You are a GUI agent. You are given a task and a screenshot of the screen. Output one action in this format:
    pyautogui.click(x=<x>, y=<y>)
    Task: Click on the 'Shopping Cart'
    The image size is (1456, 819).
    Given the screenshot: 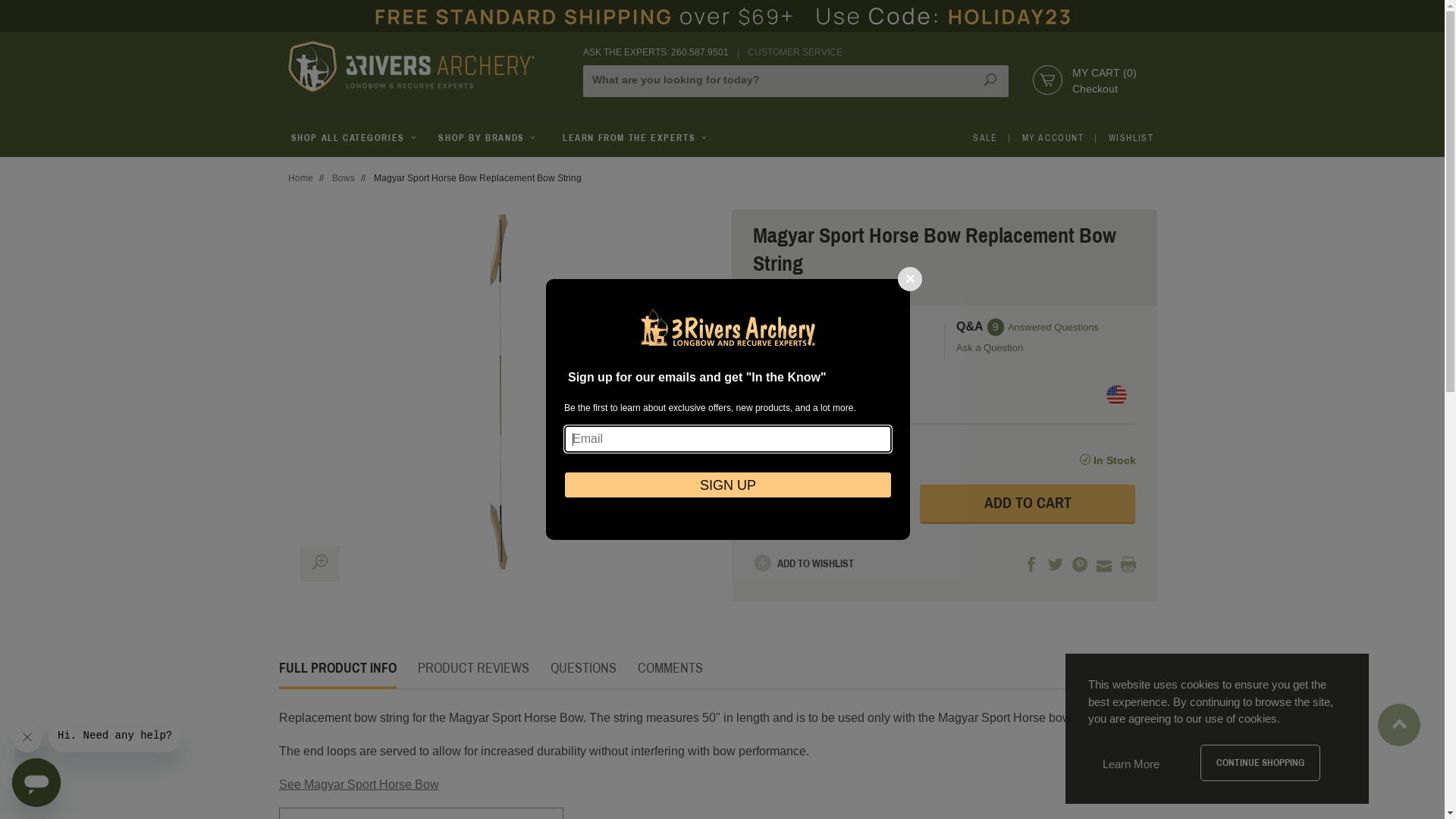 What is the action you would take?
    pyautogui.click(x=1037, y=80)
    